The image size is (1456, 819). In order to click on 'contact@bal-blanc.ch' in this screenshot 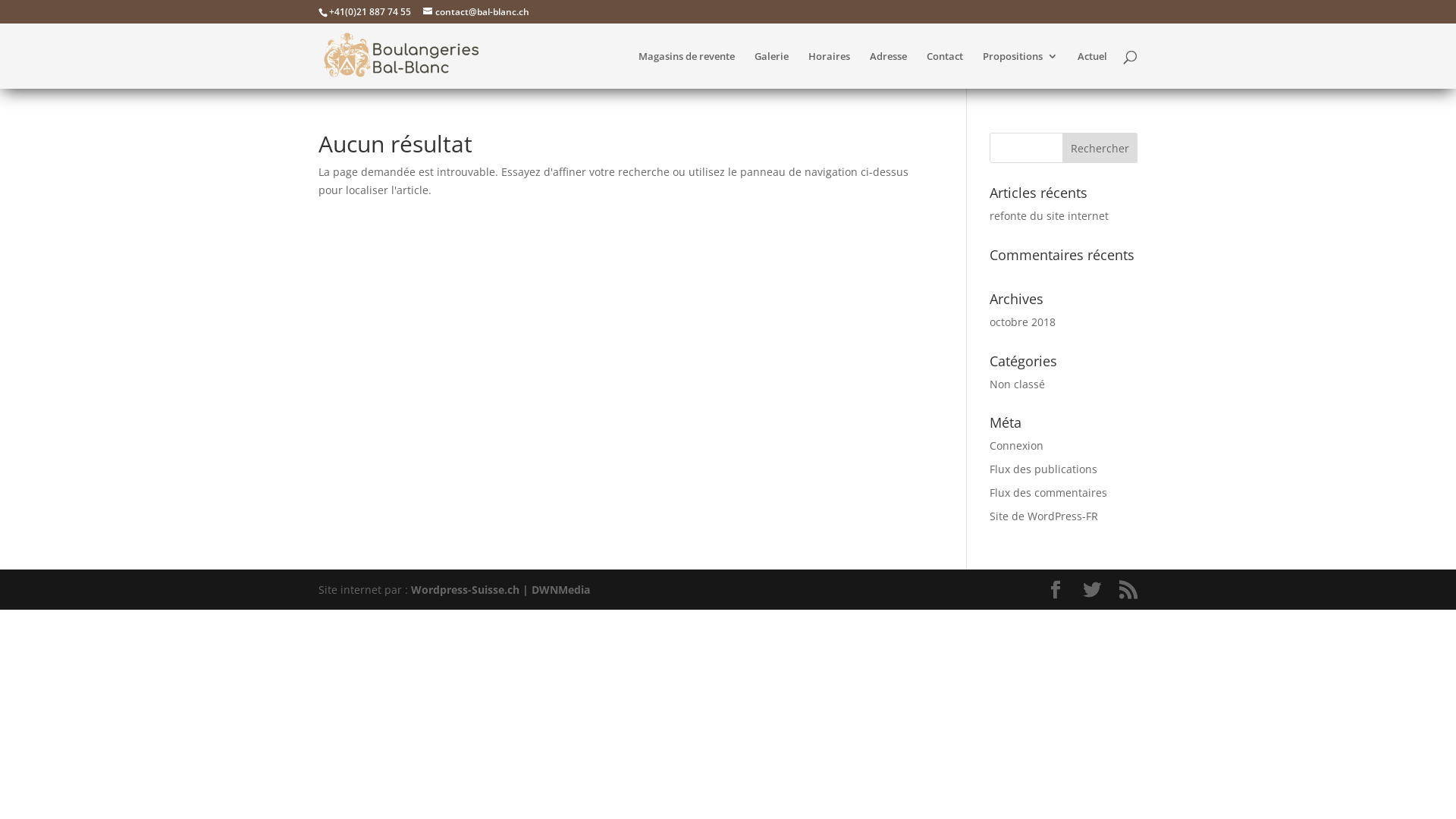, I will do `click(475, 11)`.